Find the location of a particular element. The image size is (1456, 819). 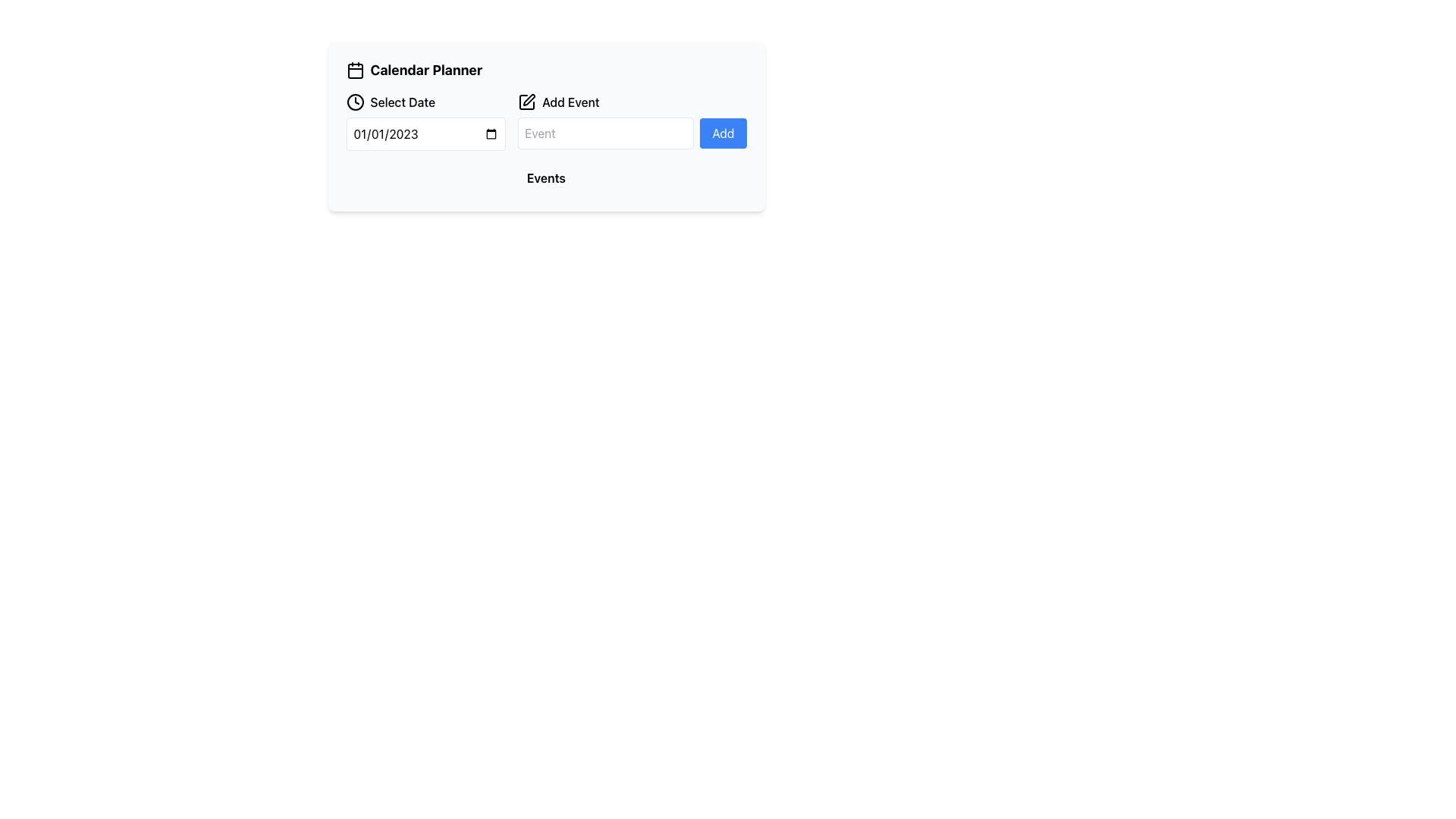

the static text label that introduces the events section, labeled 'Events', located beneath the 'Add Event' button is located at coordinates (546, 177).